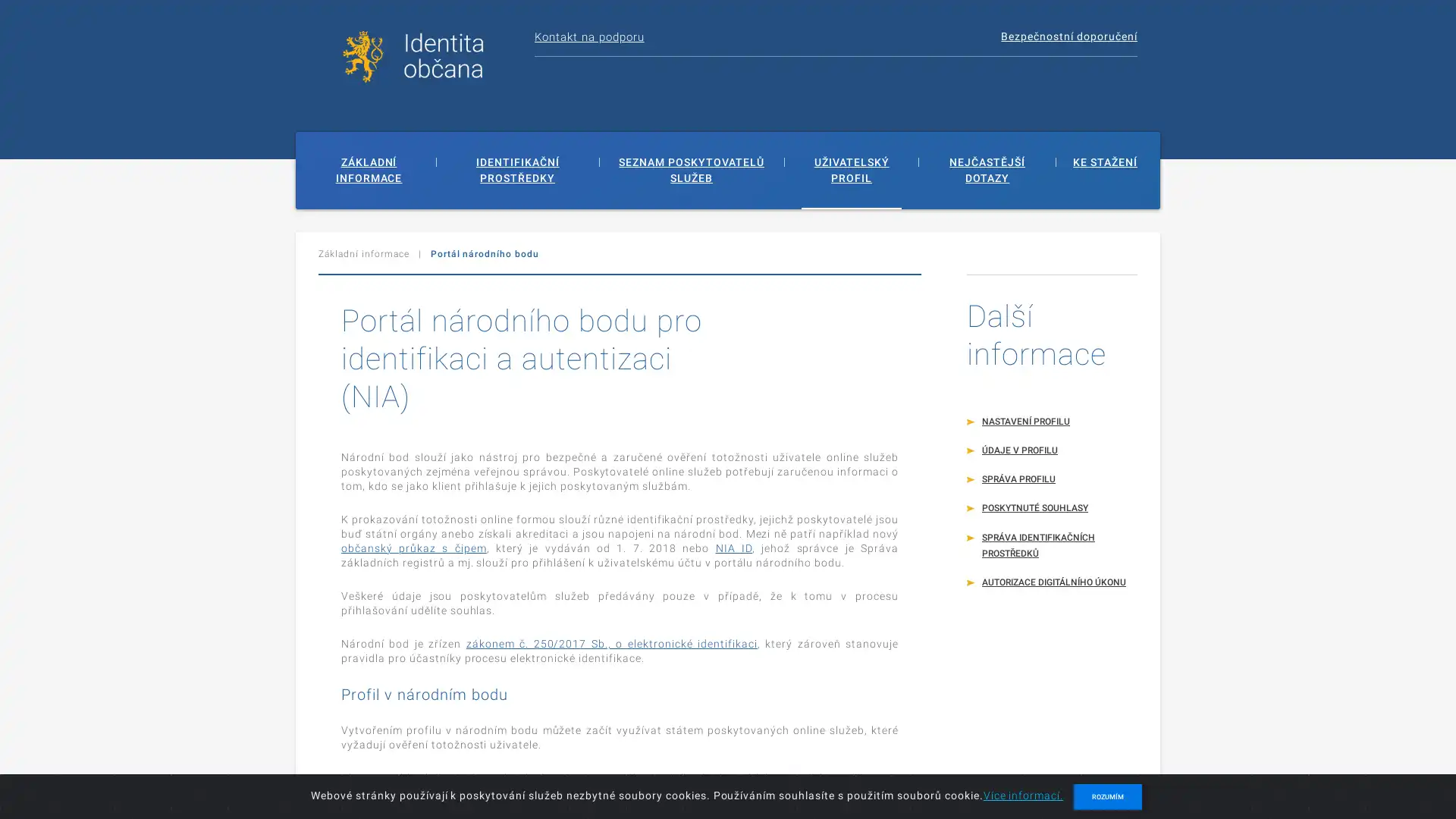  I want to click on ROZUMIM, so click(1107, 795).